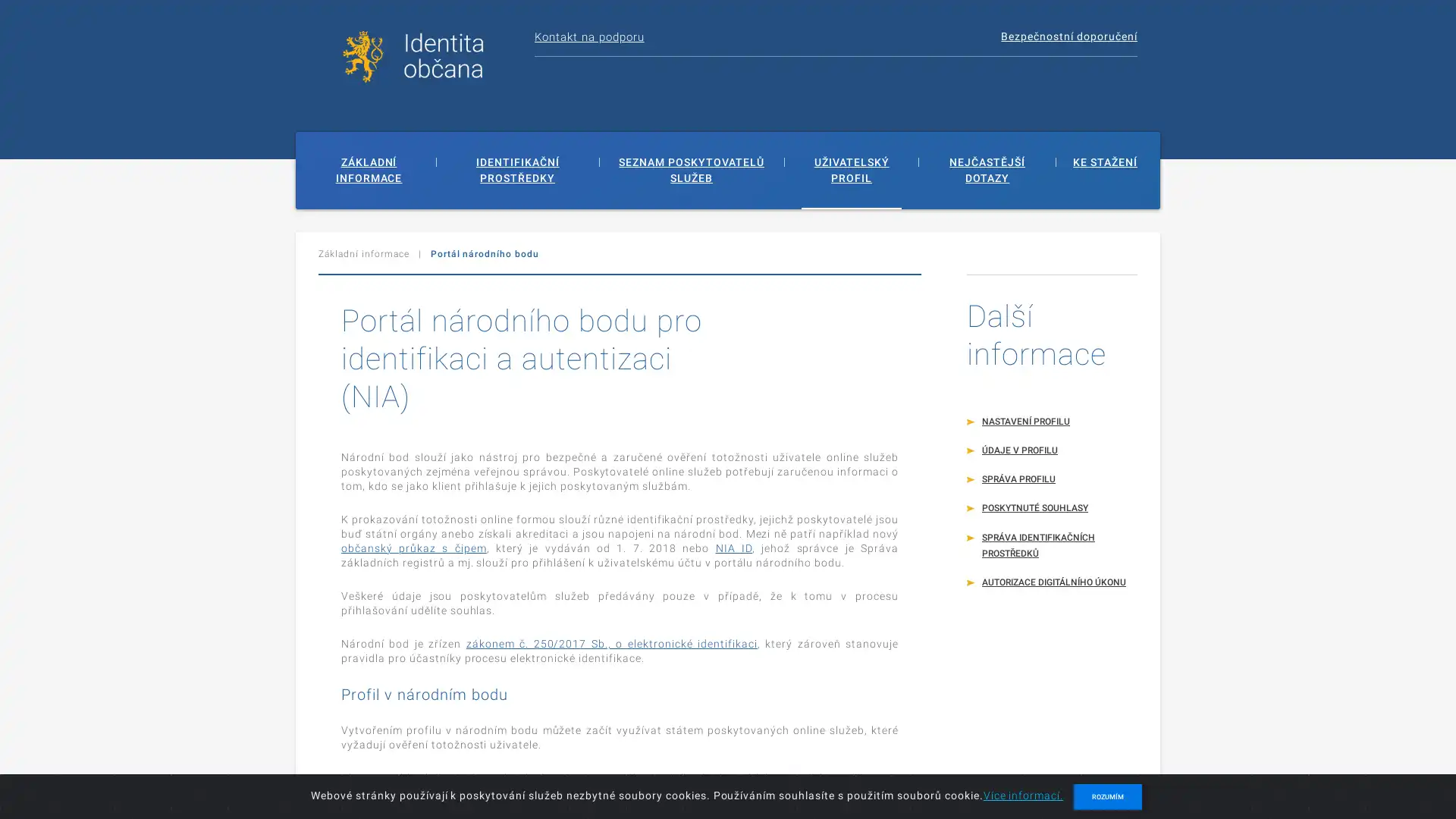  I want to click on ROZUMIM, so click(1107, 795).